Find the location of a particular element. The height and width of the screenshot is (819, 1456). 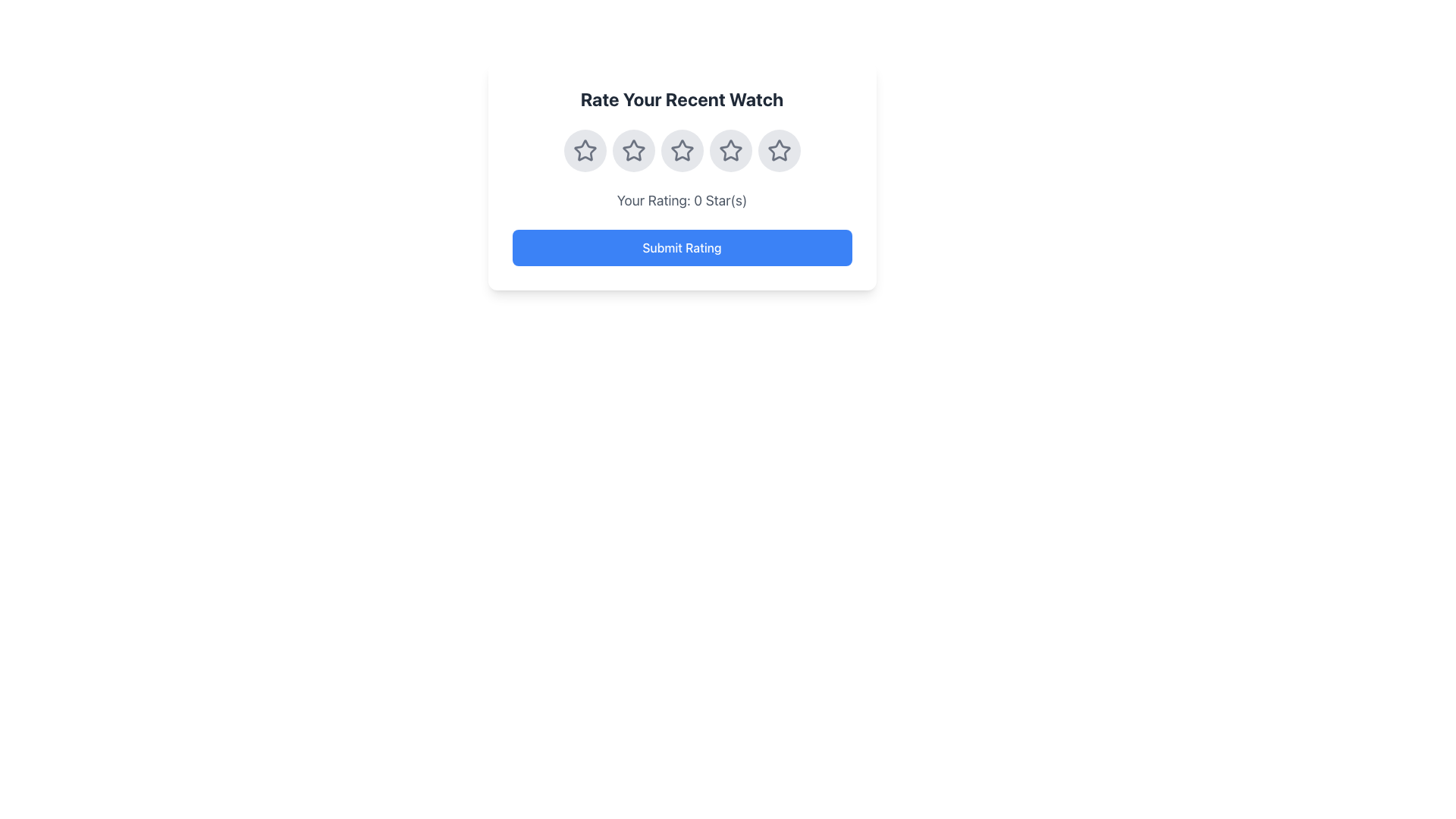

the third star icon in the rating system for a highlight effect is located at coordinates (730, 151).